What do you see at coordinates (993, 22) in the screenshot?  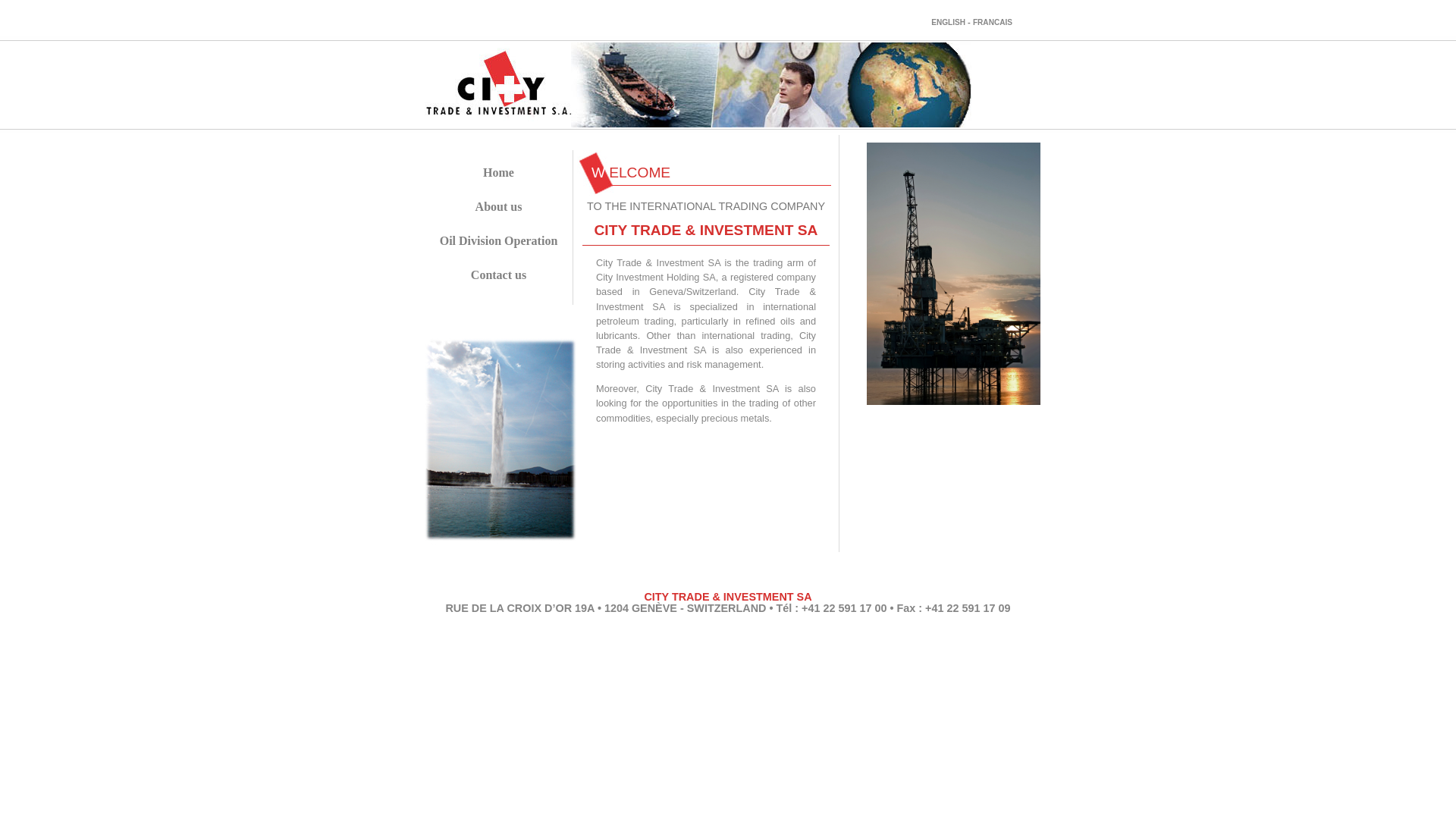 I see `'FRANCAIS'` at bounding box center [993, 22].